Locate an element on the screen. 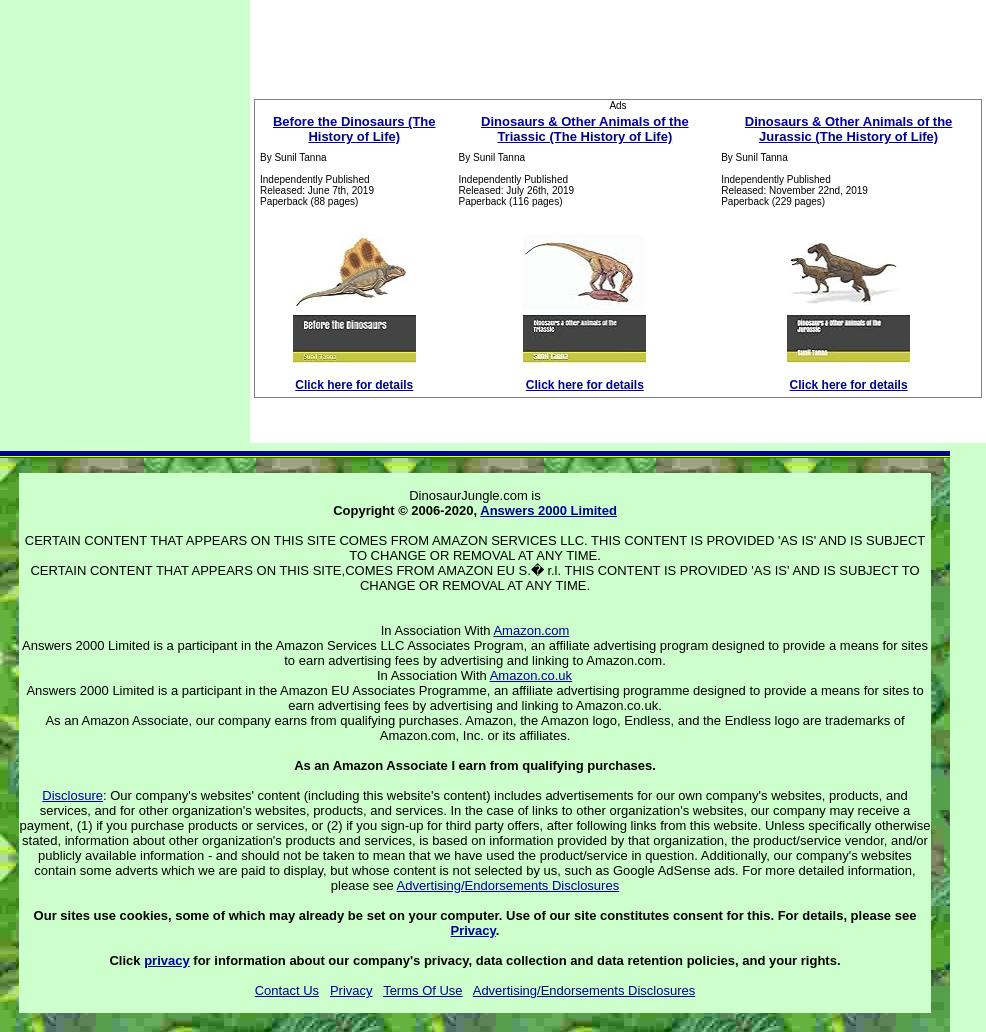  'As an Amazon Associate, our company earns from qualifying purchases. Amazon, the Amazon logo, Endless, and the Endless logo are trademarks of Amazon.com, Inc. or its affiliates.' is located at coordinates (474, 726).